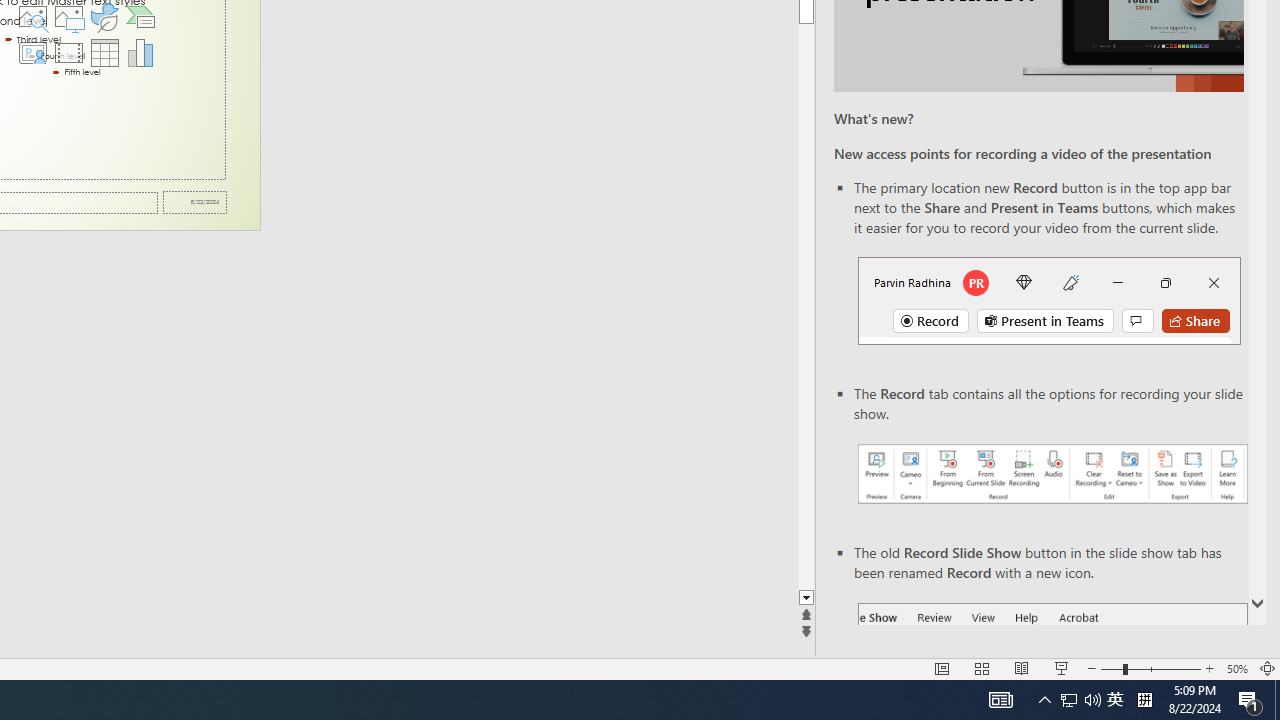 Image resolution: width=1280 pixels, height=720 pixels. Describe the element at coordinates (68, 16) in the screenshot. I see `'Pictures'` at that location.